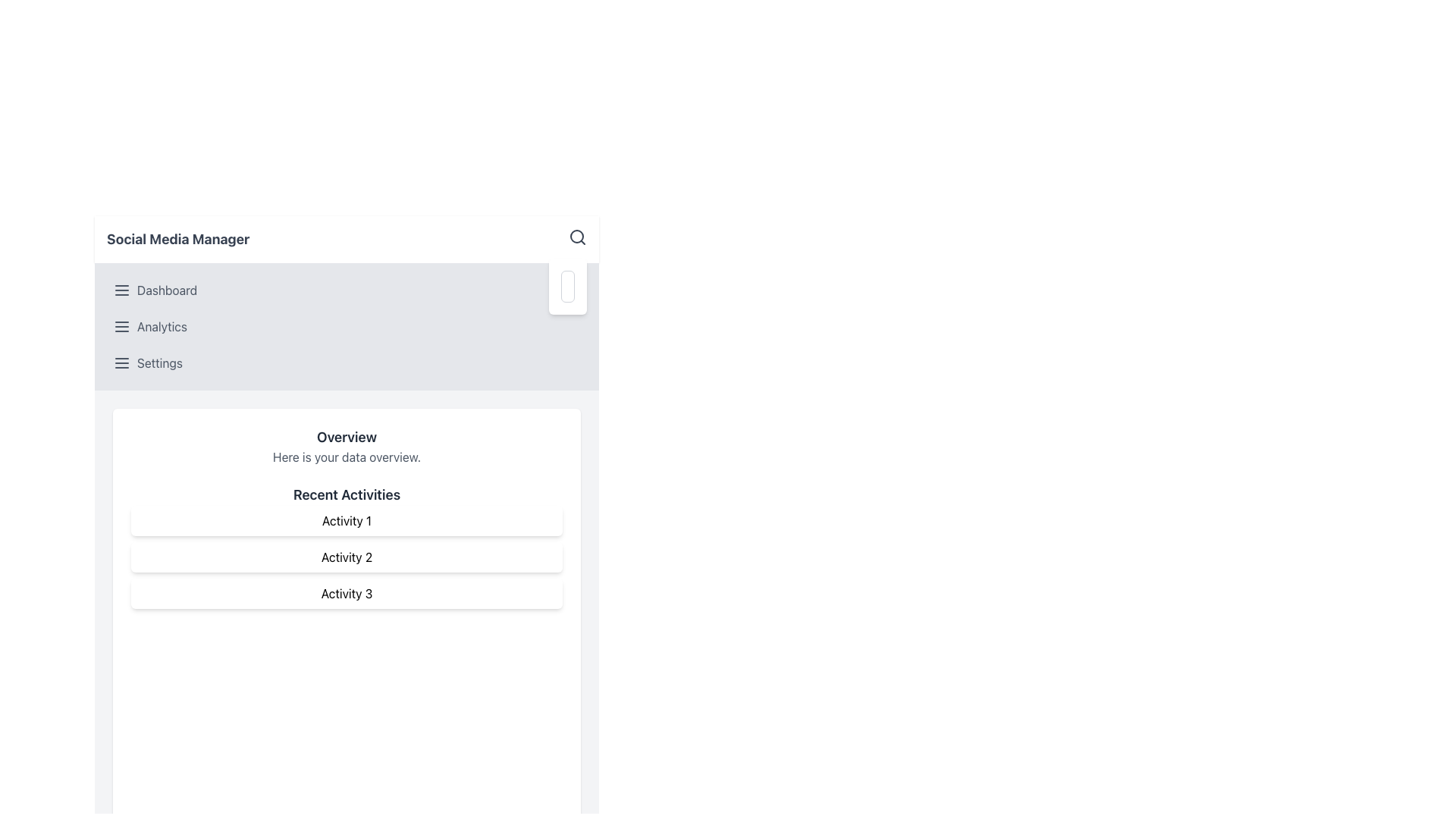 Image resolution: width=1456 pixels, height=819 pixels. What do you see at coordinates (346, 557) in the screenshot?
I see `the second item in the vertical list within the 'Recent Activities' section, which displays a list of activities for the user` at bounding box center [346, 557].